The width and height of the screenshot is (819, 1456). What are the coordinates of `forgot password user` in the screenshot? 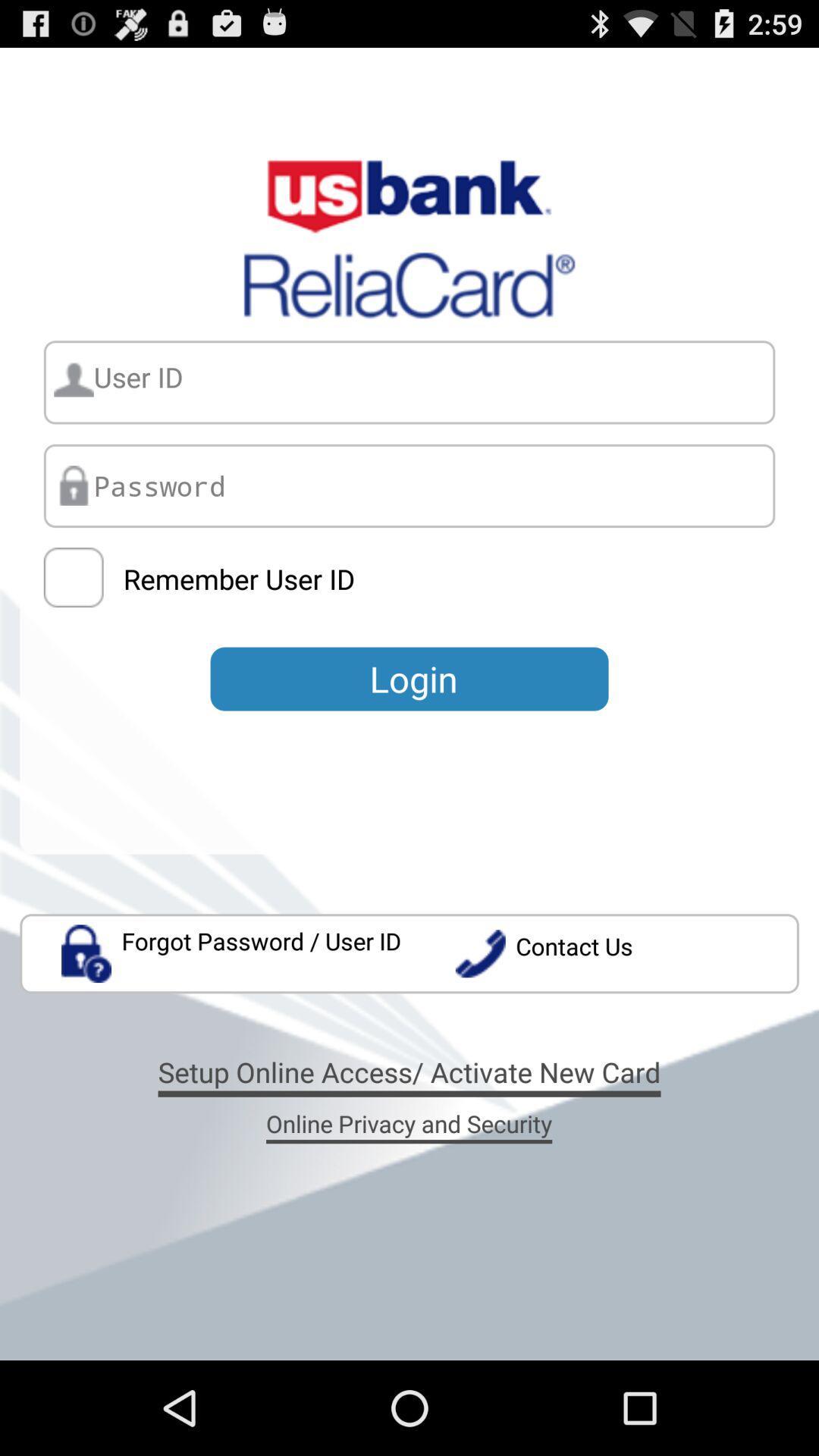 It's located at (232, 952).